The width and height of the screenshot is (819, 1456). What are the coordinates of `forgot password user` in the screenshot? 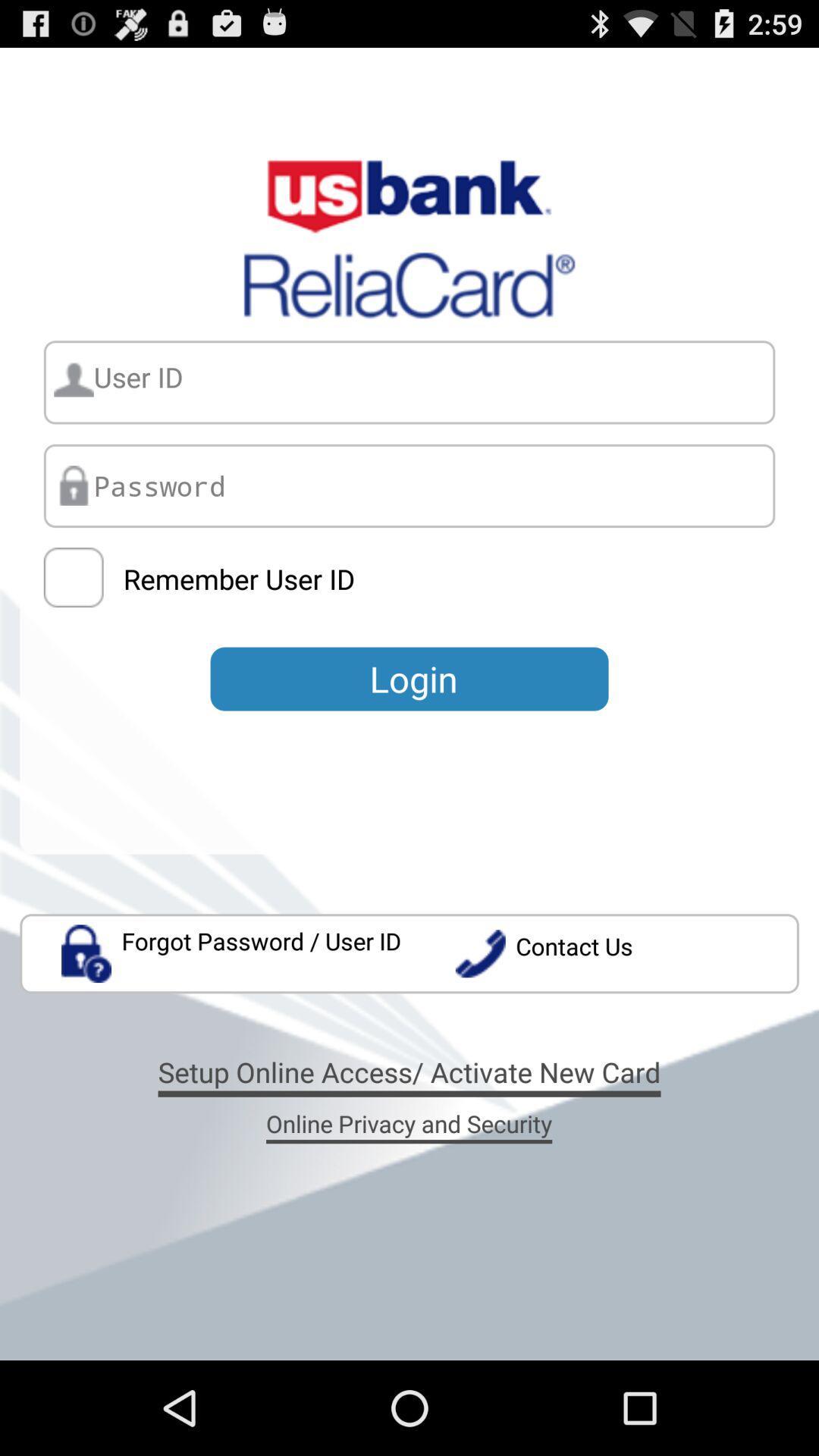 It's located at (232, 952).